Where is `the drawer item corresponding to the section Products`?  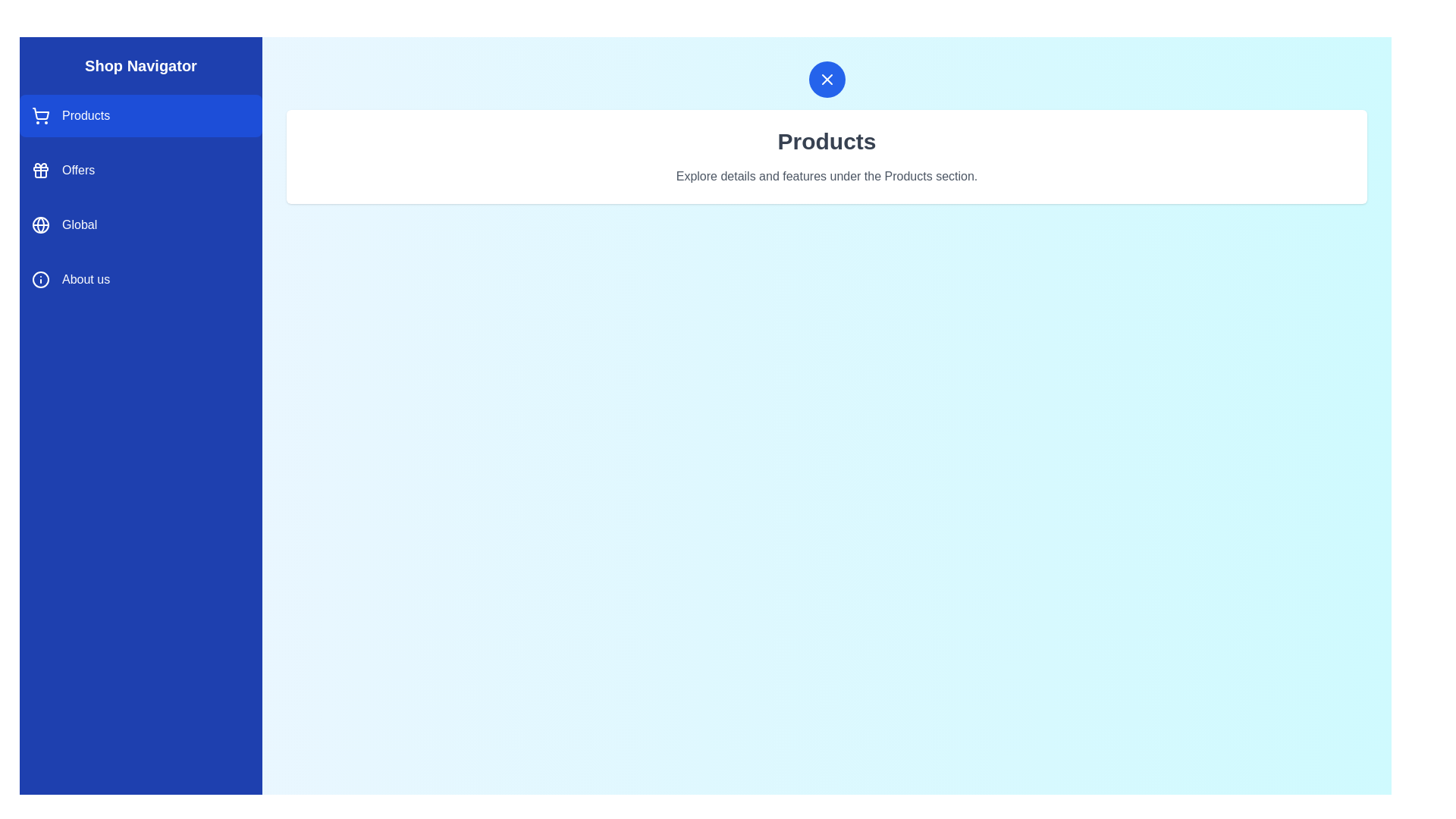 the drawer item corresponding to the section Products is located at coordinates (141, 115).